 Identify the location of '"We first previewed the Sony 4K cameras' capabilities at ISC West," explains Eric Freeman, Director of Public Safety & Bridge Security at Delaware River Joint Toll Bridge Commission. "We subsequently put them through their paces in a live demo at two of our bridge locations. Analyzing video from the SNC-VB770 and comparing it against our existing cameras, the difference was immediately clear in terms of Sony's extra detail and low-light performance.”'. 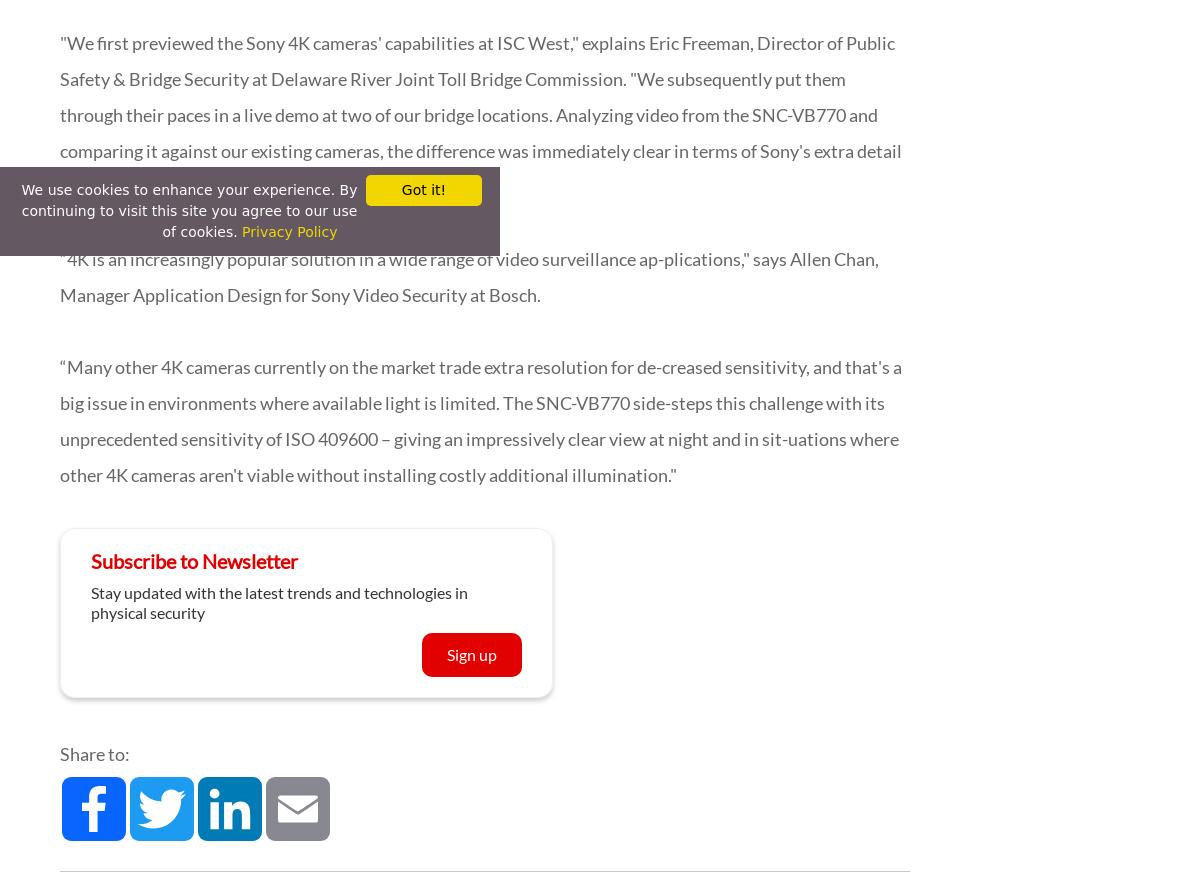
(479, 115).